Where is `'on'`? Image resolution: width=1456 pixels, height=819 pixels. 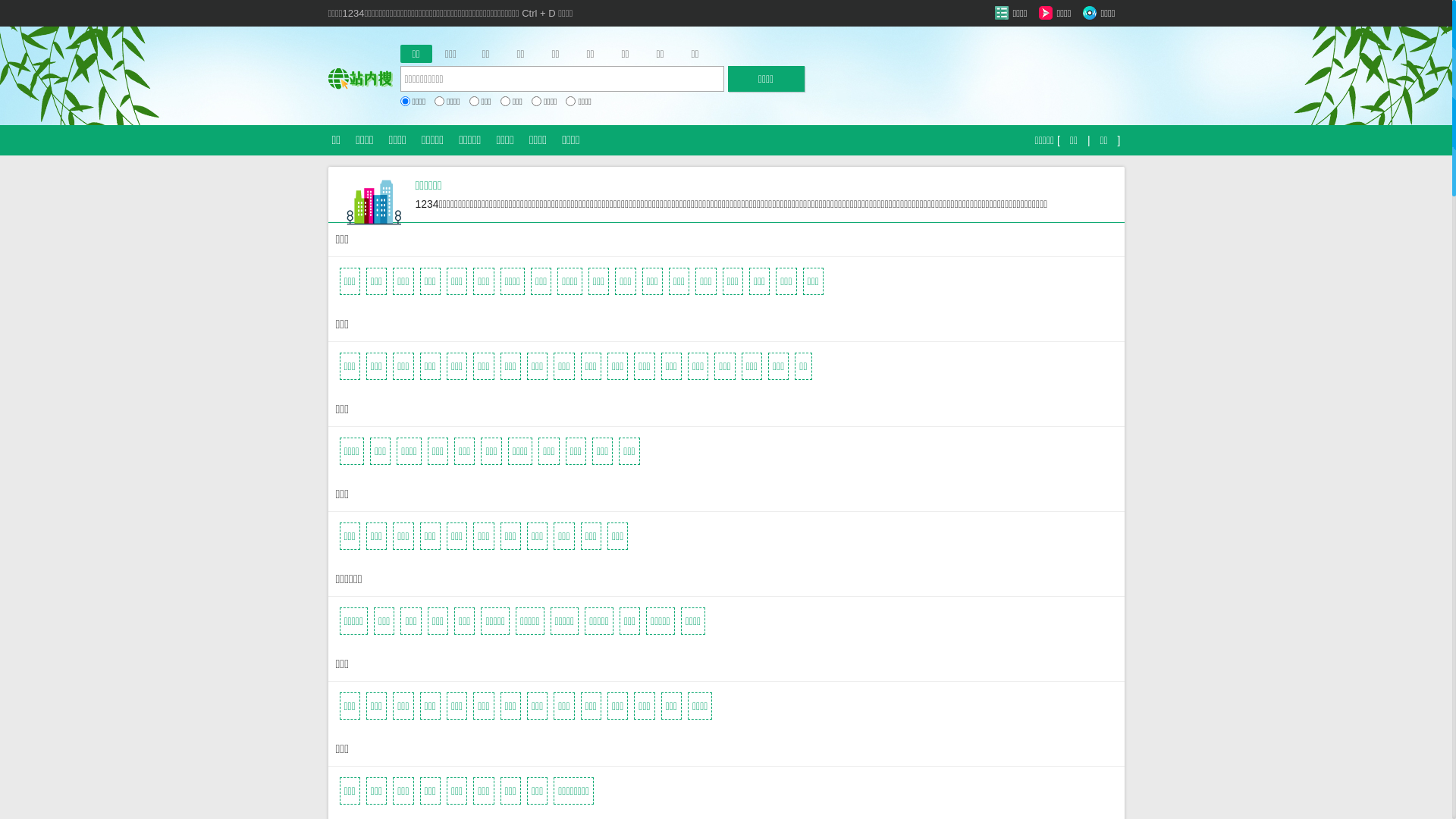 'on' is located at coordinates (536, 101).